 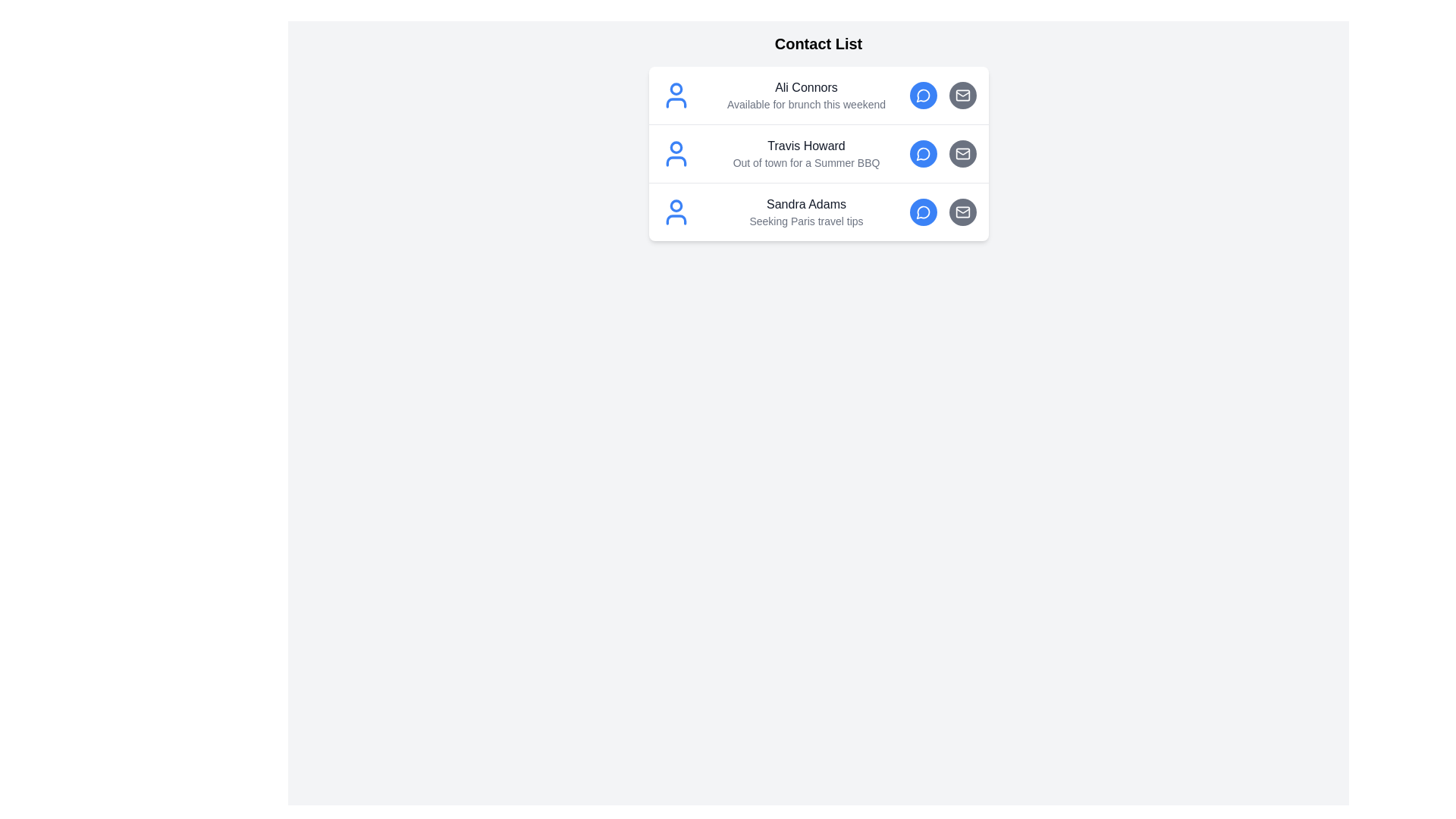 What do you see at coordinates (805, 154) in the screenshot?
I see `text displayed in the second entry of the contact list, which shows 'Travis Howard' in bold black font and 'Out of town for a Summer BBQ' in lighter gray font` at bounding box center [805, 154].